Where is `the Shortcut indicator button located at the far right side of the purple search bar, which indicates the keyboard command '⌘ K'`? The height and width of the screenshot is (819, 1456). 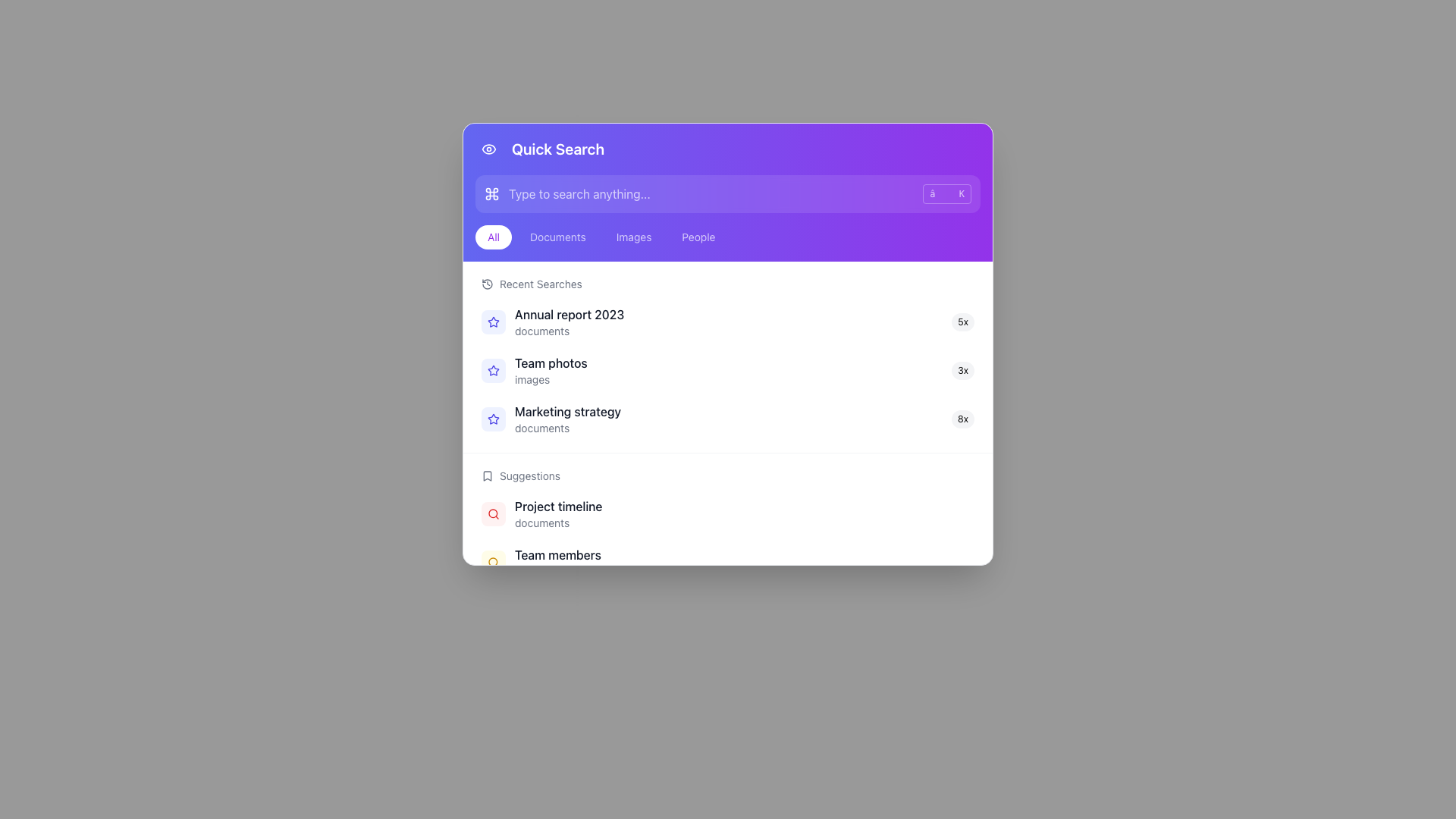
the Shortcut indicator button located at the far right side of the purple search bar, which indicates the keyboard command '⌘ K' is located at coordinates (946, 193).